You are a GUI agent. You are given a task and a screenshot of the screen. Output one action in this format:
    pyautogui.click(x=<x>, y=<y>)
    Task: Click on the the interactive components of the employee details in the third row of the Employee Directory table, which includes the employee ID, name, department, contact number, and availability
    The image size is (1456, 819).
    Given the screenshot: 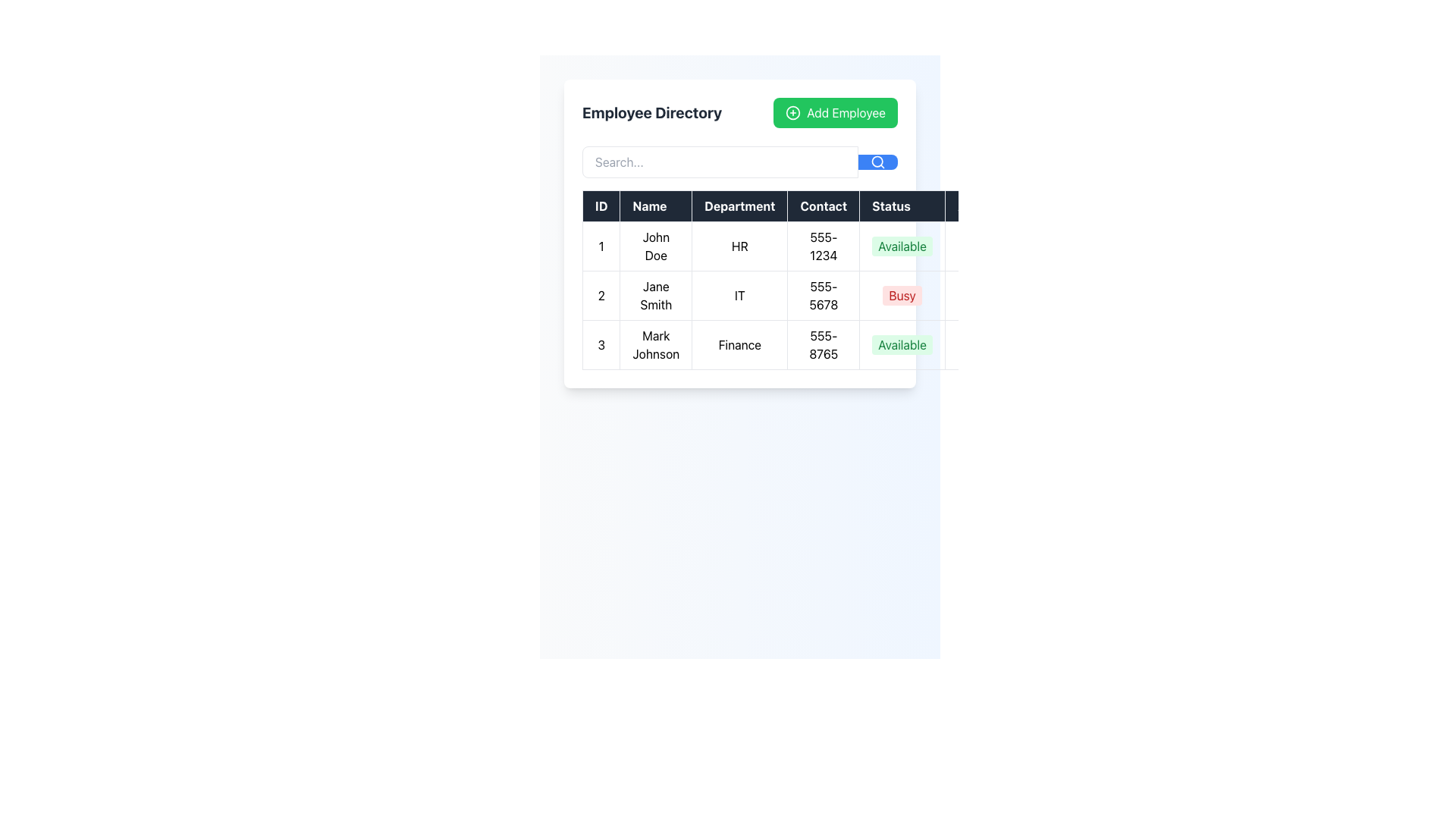 What is the action you would take?
    pyautogui.click(x=798, y=345)
    